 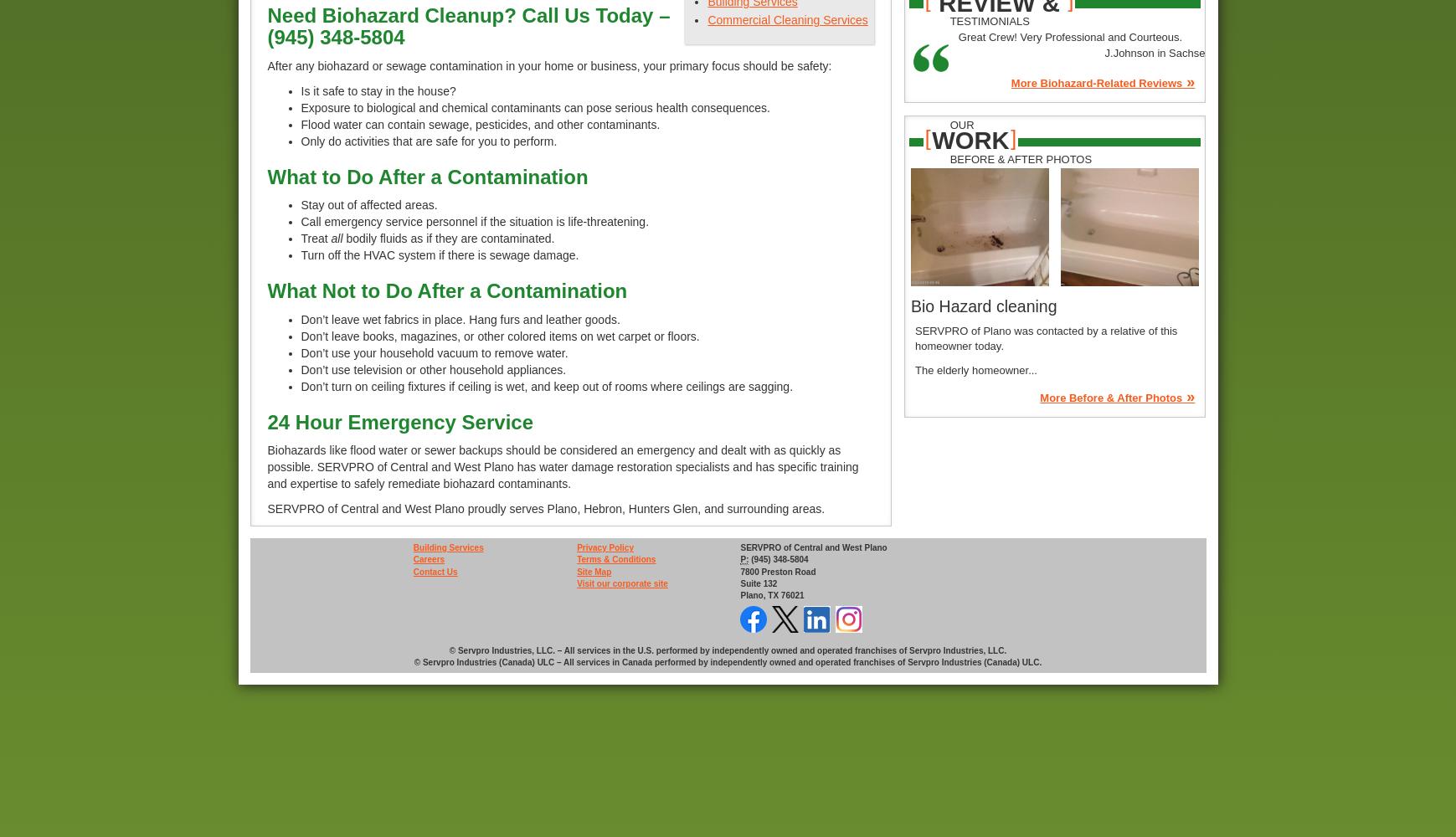 What do you see at coordinates (1038, 397) in the screenshot?
I see `'More Before & After Photos'` at bounding box center [1038, 397].